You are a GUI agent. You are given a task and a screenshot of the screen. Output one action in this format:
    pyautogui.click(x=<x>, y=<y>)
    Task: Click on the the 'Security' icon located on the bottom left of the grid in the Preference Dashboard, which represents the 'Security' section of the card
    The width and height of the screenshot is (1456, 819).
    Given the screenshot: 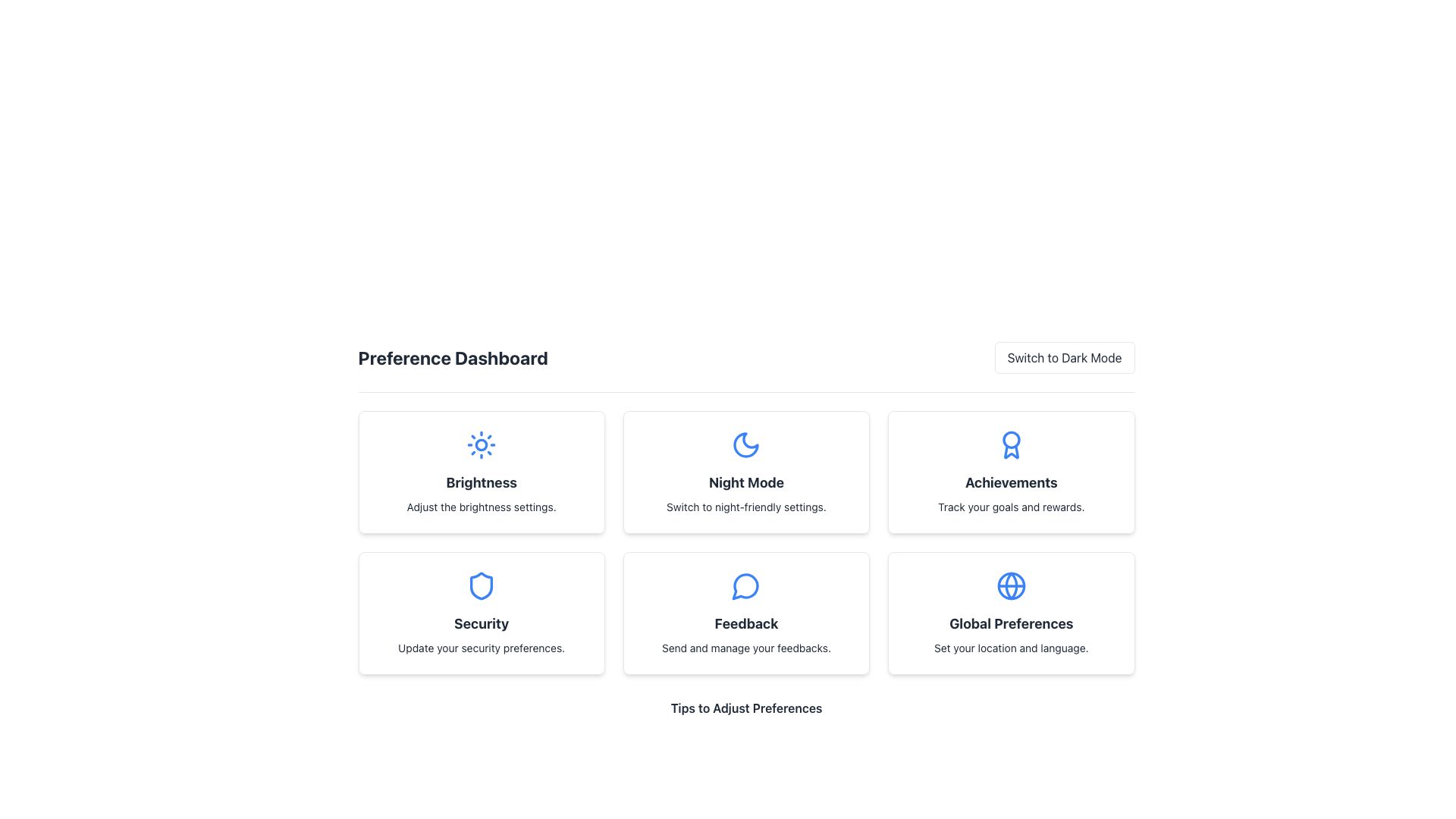 What is the action you would take?
    pyautogui.click(x=481, y=585)
    